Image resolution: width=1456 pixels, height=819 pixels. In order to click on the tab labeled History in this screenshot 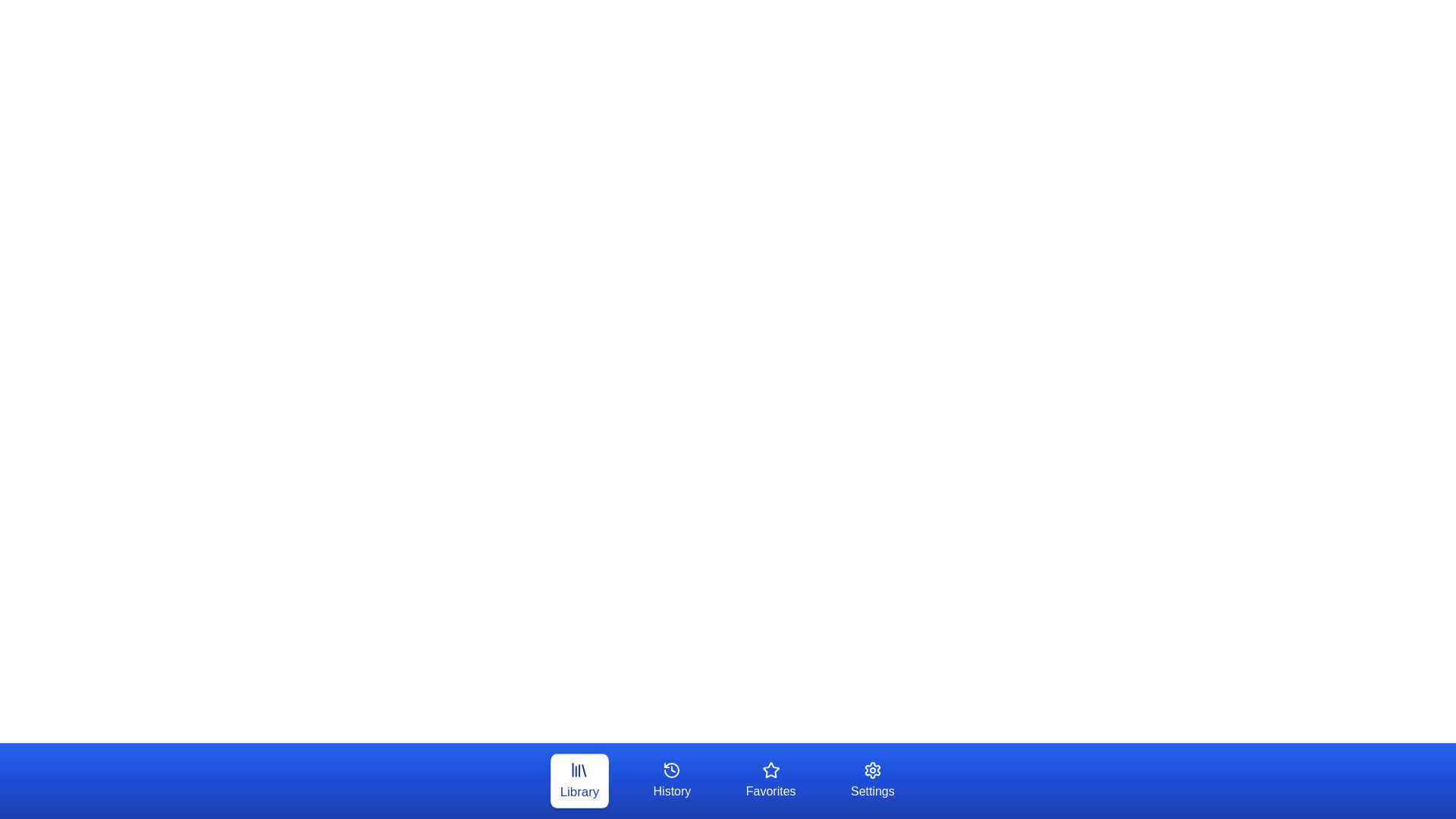, I will do `click(671, 780)`.